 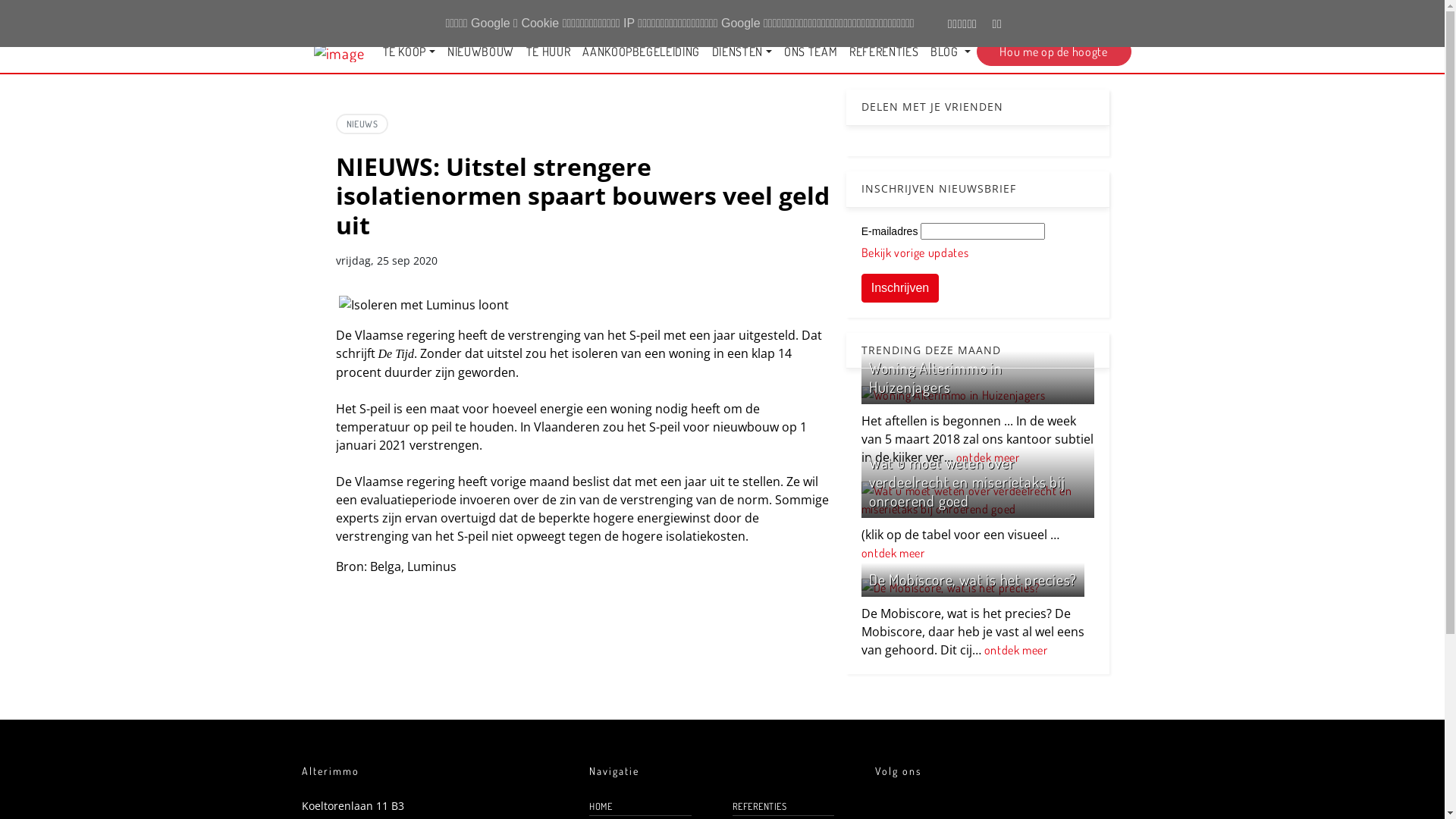 What do you see at coordinates (408, 51) in the screenshot?
I see `'TE KOOP'` at bounding box center [408, 51].